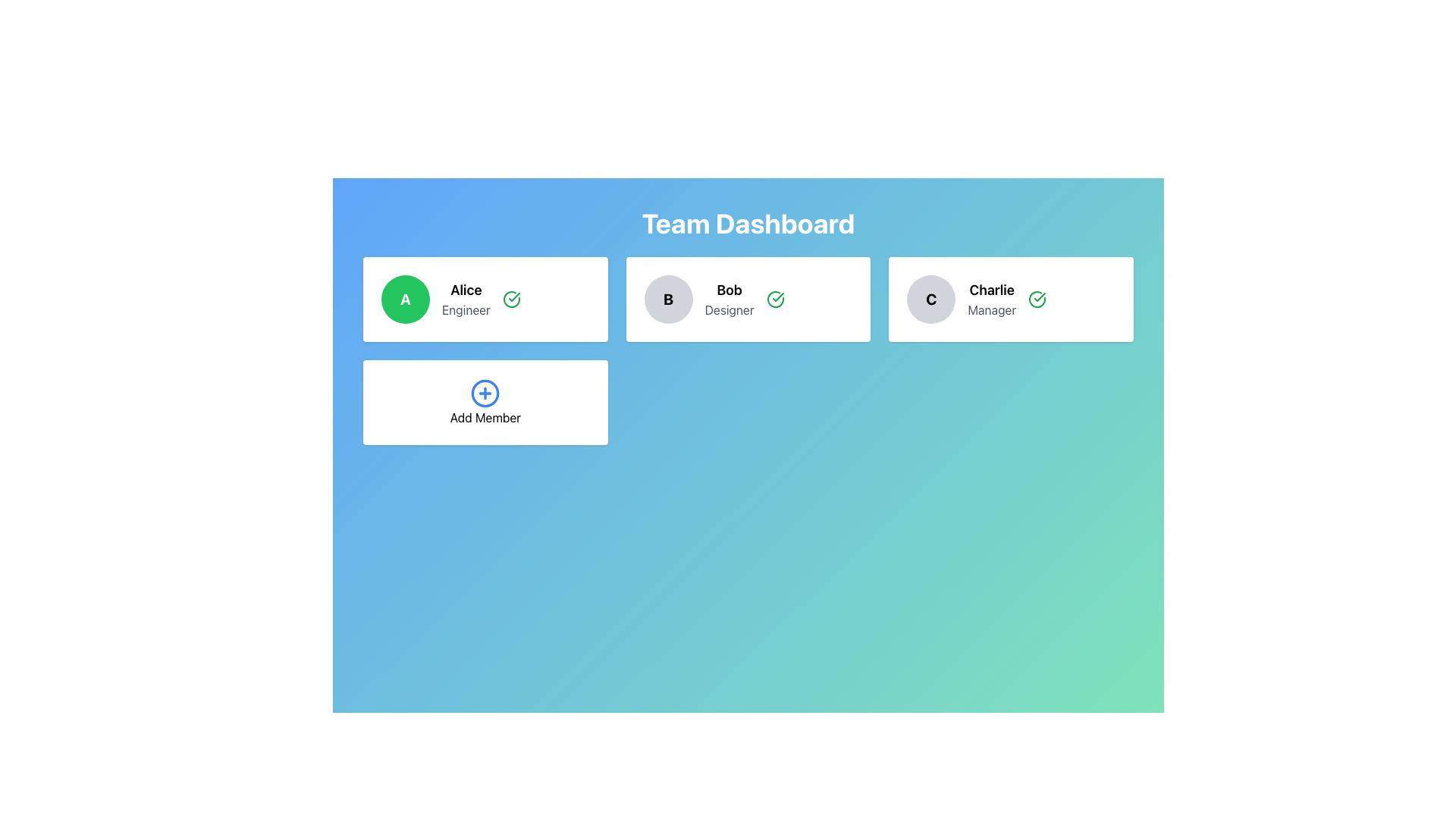  Describe the element at coordinates (1011, 299) in the screenshot. I see `user profile card for 'Charlie', which displays a circular icon with the initial 'C', the name 'Charlie' in bold text, and their role 'Manager' below it, along with a green checkmark icon indicating verified status` at that location.